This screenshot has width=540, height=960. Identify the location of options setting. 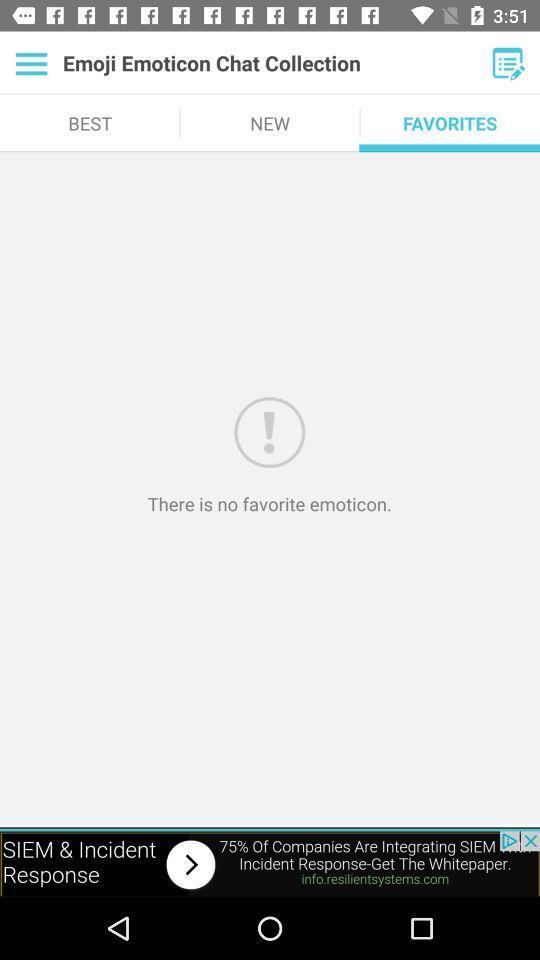
(30, 63).